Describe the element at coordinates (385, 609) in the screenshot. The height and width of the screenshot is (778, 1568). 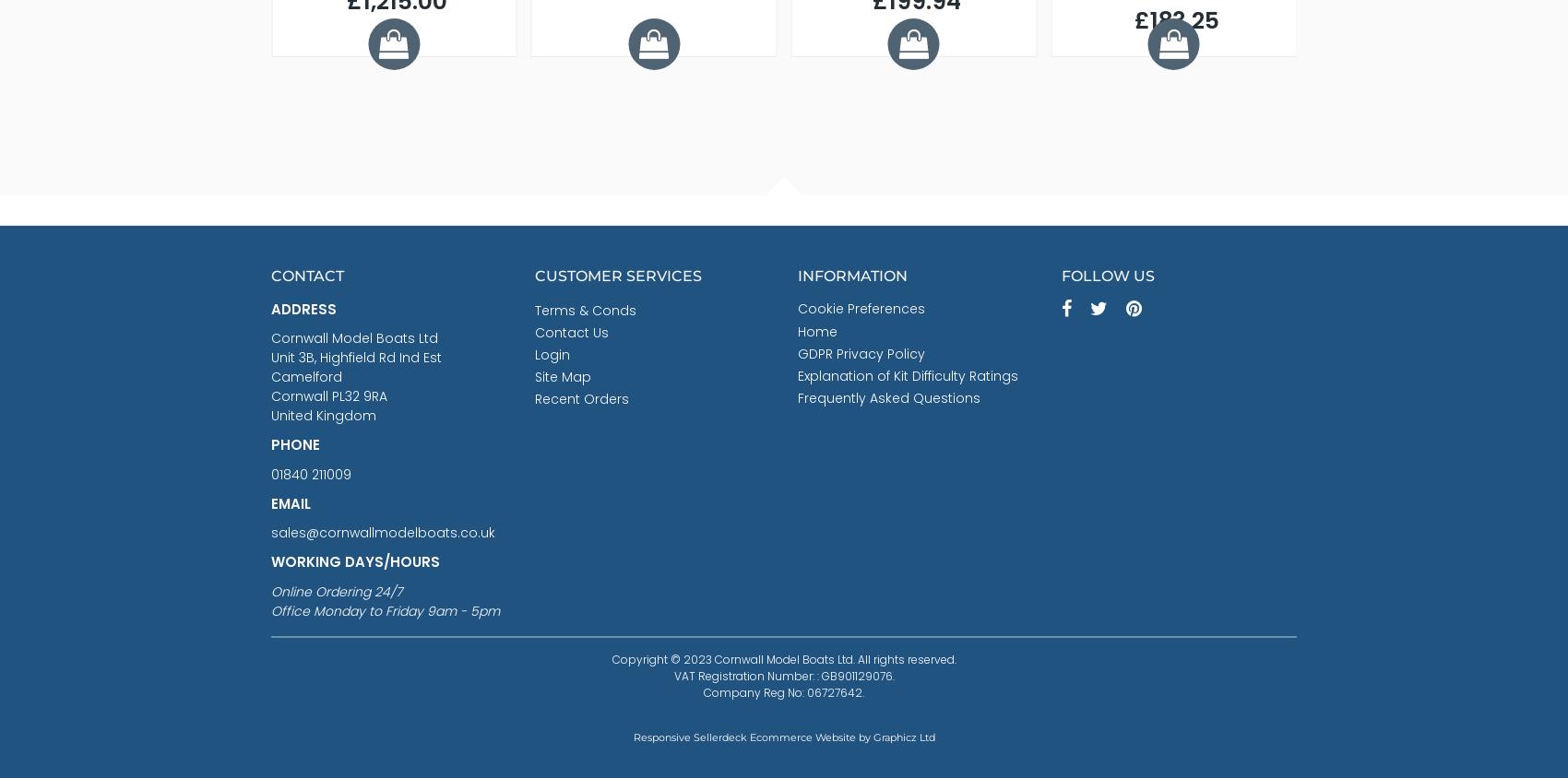
I see `'Office Monday to Friday 9am - 5pm'` at that location.